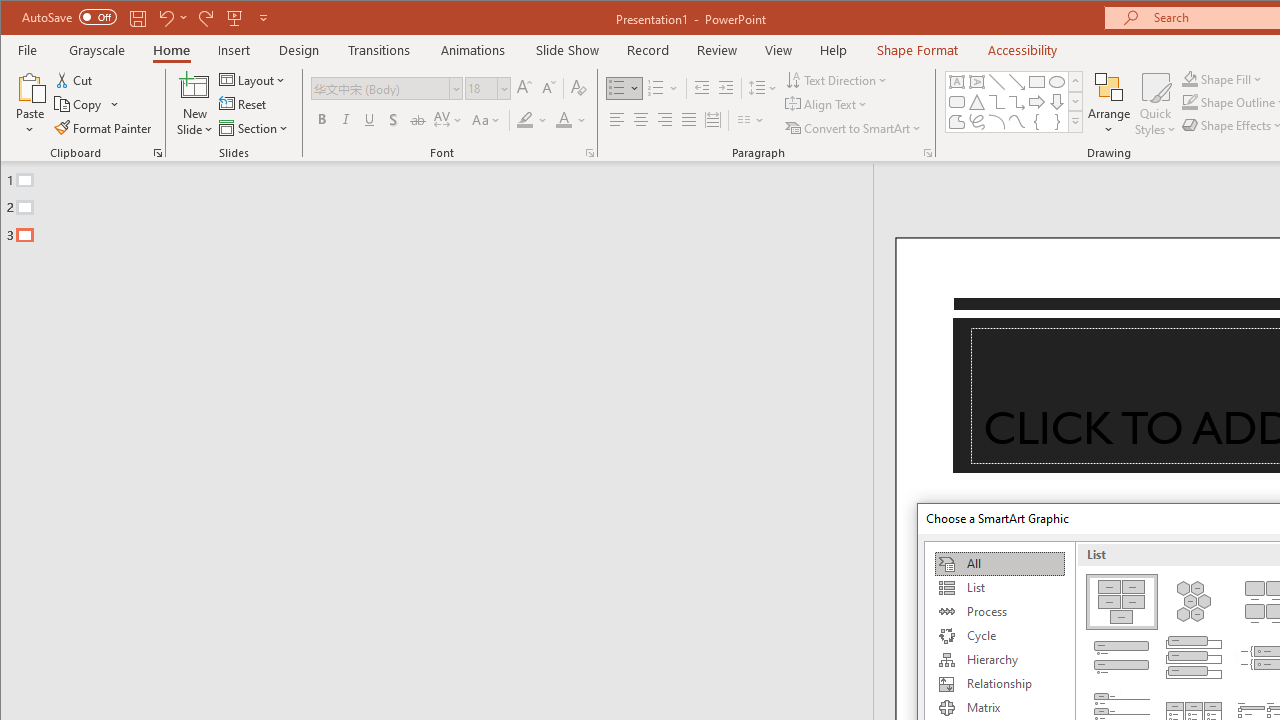 The image size is (1280, 720). What do you see at coordinates (96, 49) in the screenshot?
I see `'Grayscale'` at bounding box center [96, 49].